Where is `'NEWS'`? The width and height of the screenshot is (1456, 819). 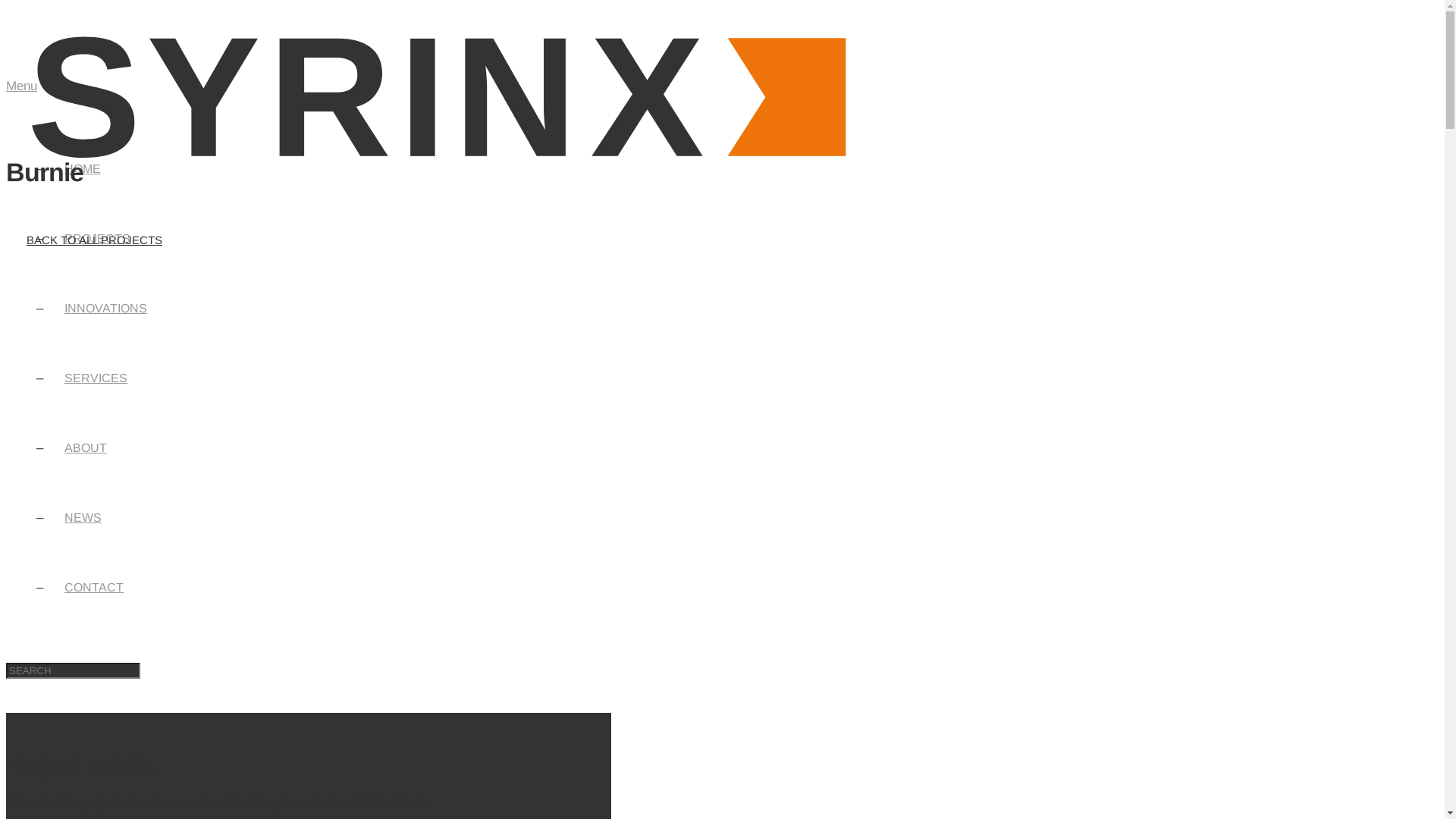 'NEWS' is located at coordinates (82, 516).